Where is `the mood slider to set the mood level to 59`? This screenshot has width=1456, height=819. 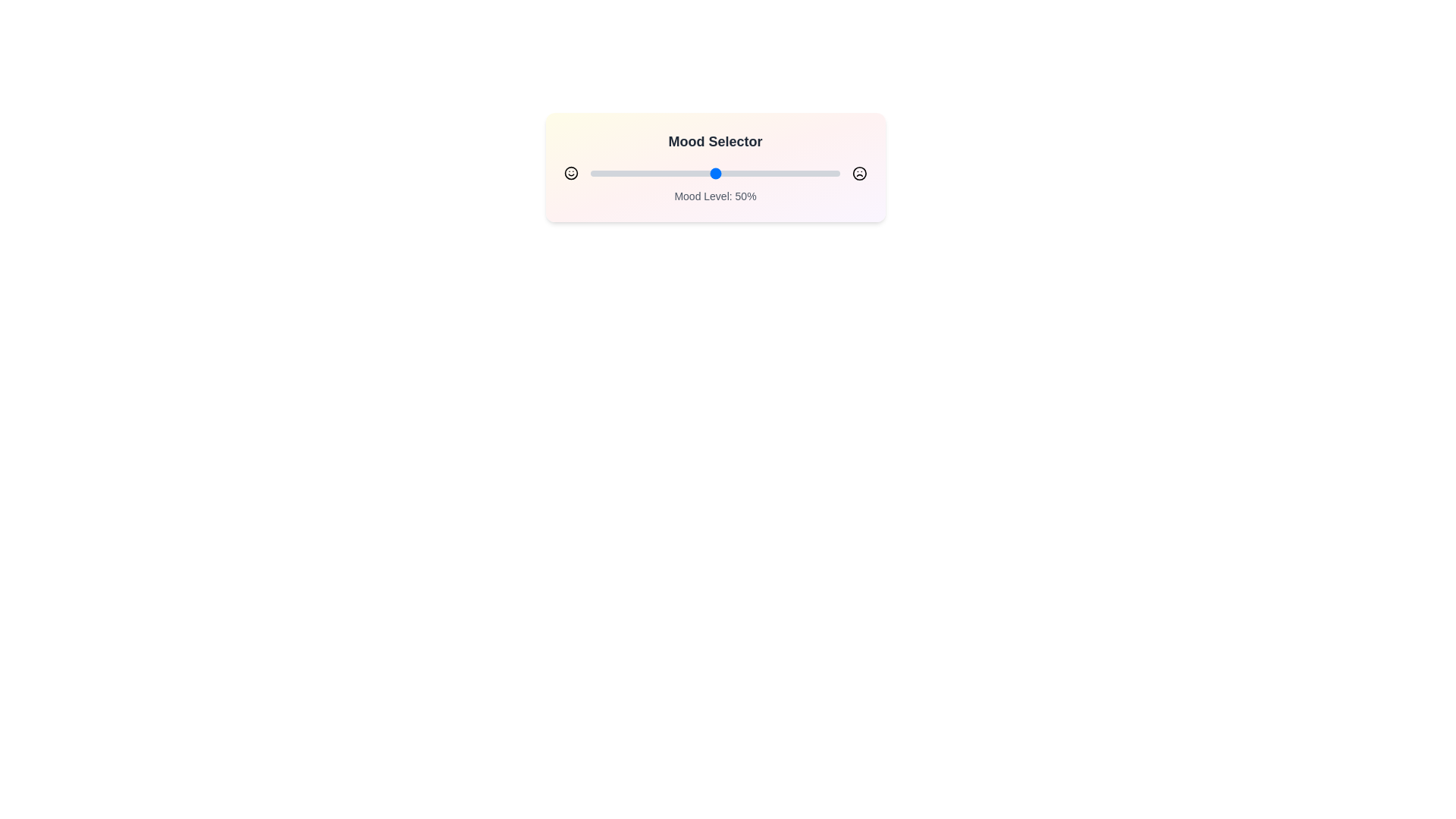
the mood slider to set the mood level to 59 is located at coordinates (738, 172).